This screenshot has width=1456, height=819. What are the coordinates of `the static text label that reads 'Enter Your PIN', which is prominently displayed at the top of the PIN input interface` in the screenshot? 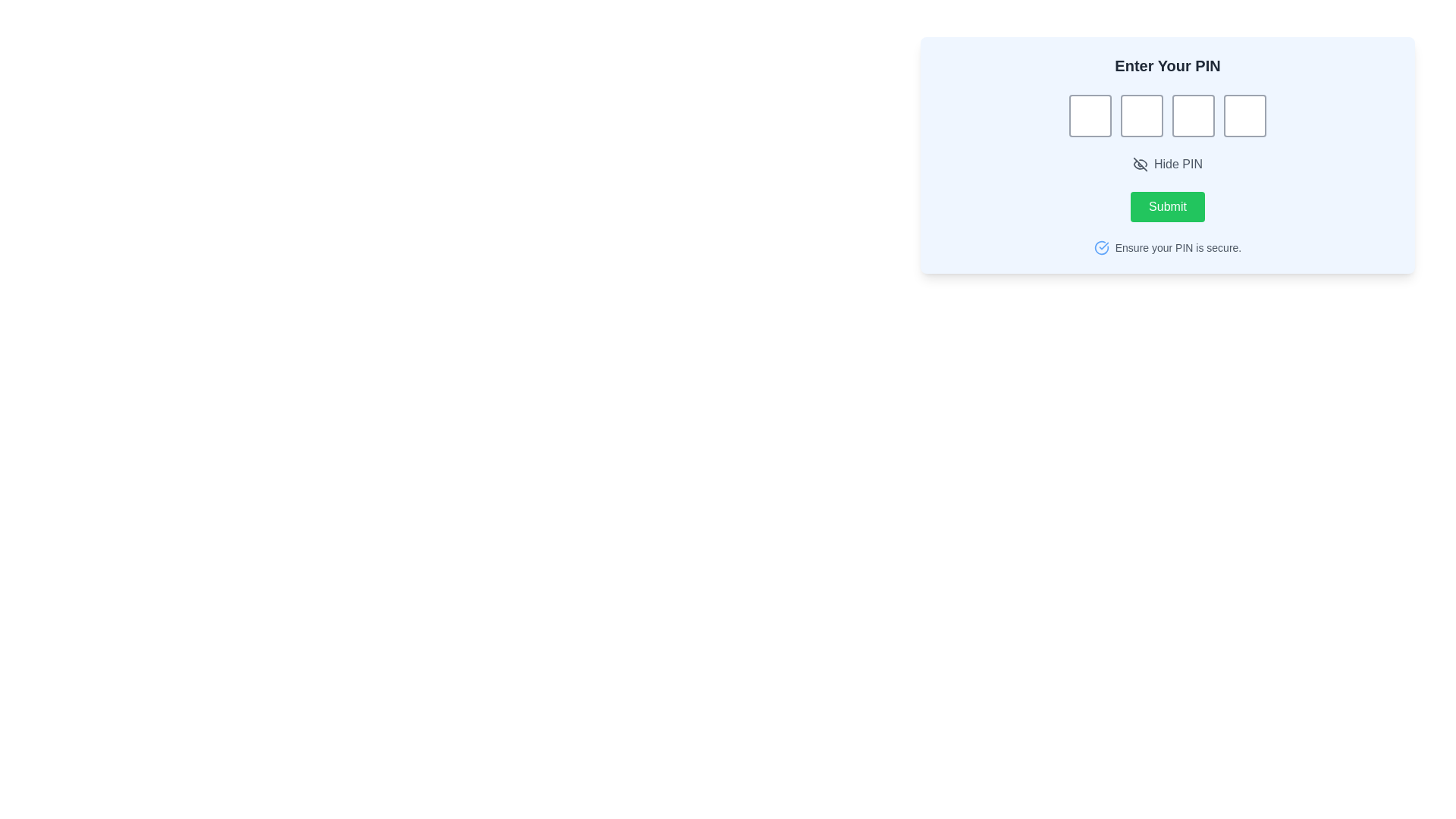 It's located at (1167, 65).